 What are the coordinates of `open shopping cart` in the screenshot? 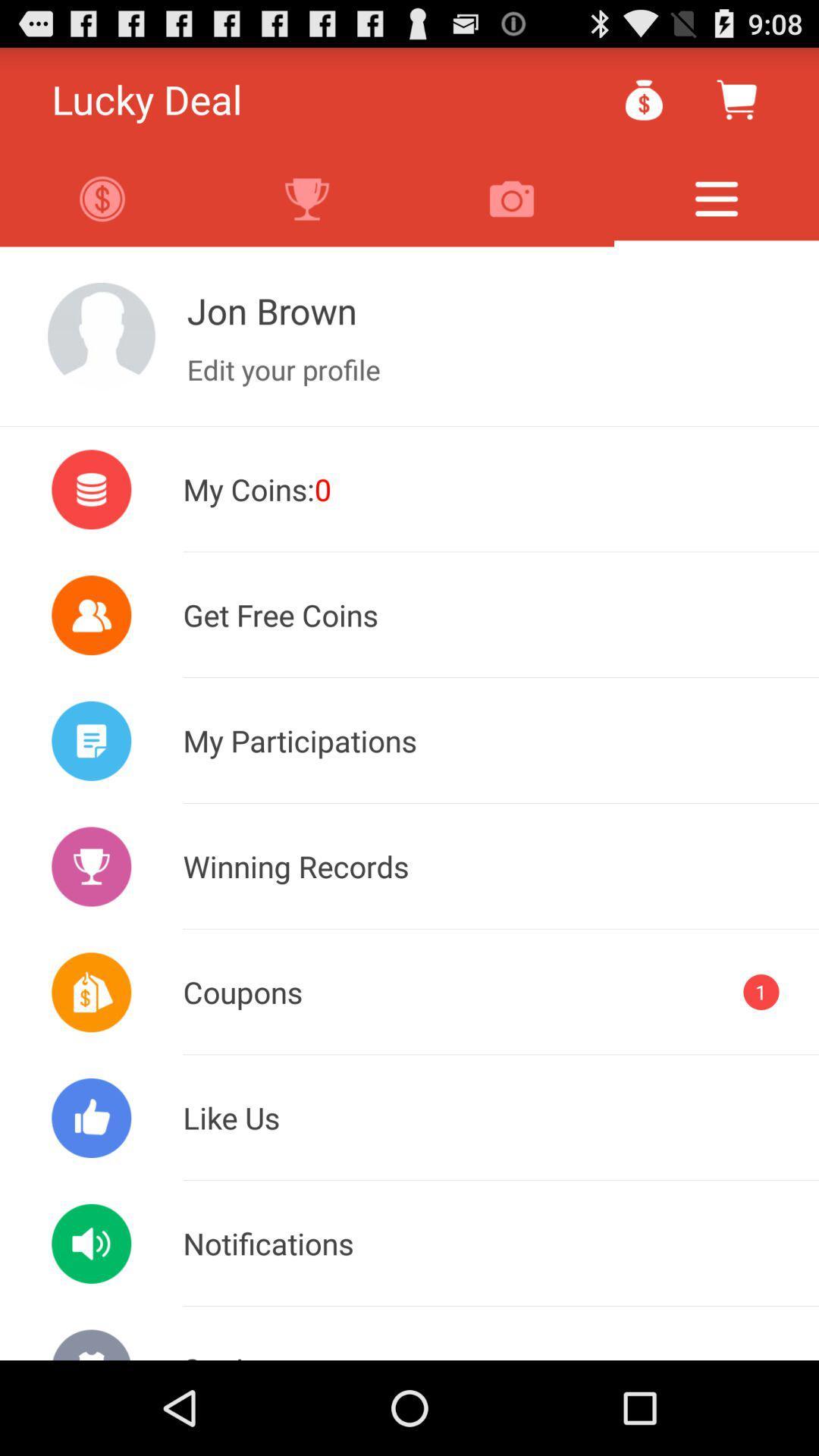 It's located at (736, 99).